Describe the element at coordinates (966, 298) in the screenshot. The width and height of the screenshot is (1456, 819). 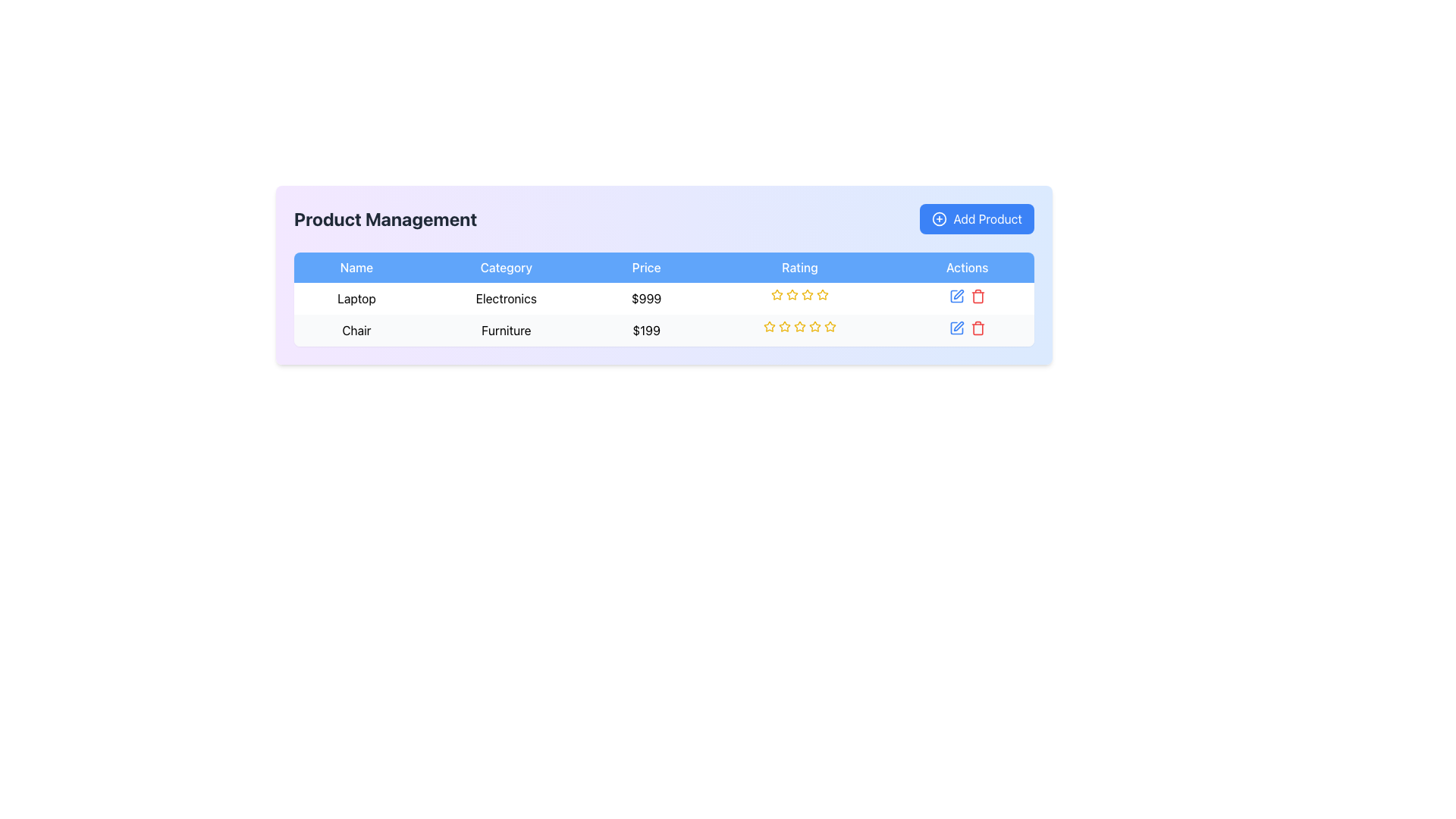
I see `the blue pen icon in the Interactive Icon Group located in the 'Actions' column of the first row in the table to initiate editing` at that location.